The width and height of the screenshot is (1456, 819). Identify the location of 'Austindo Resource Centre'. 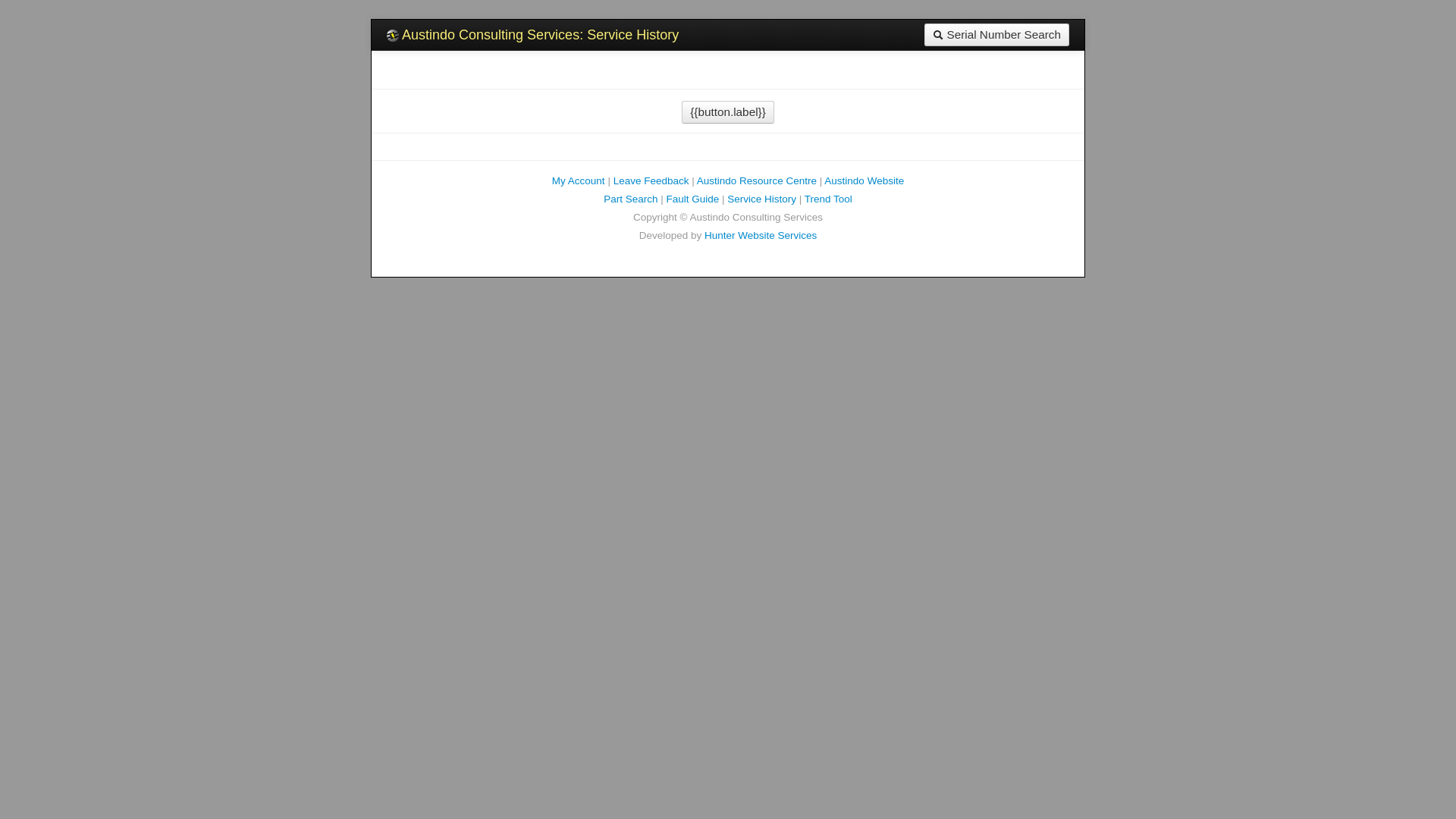
(757, 180).